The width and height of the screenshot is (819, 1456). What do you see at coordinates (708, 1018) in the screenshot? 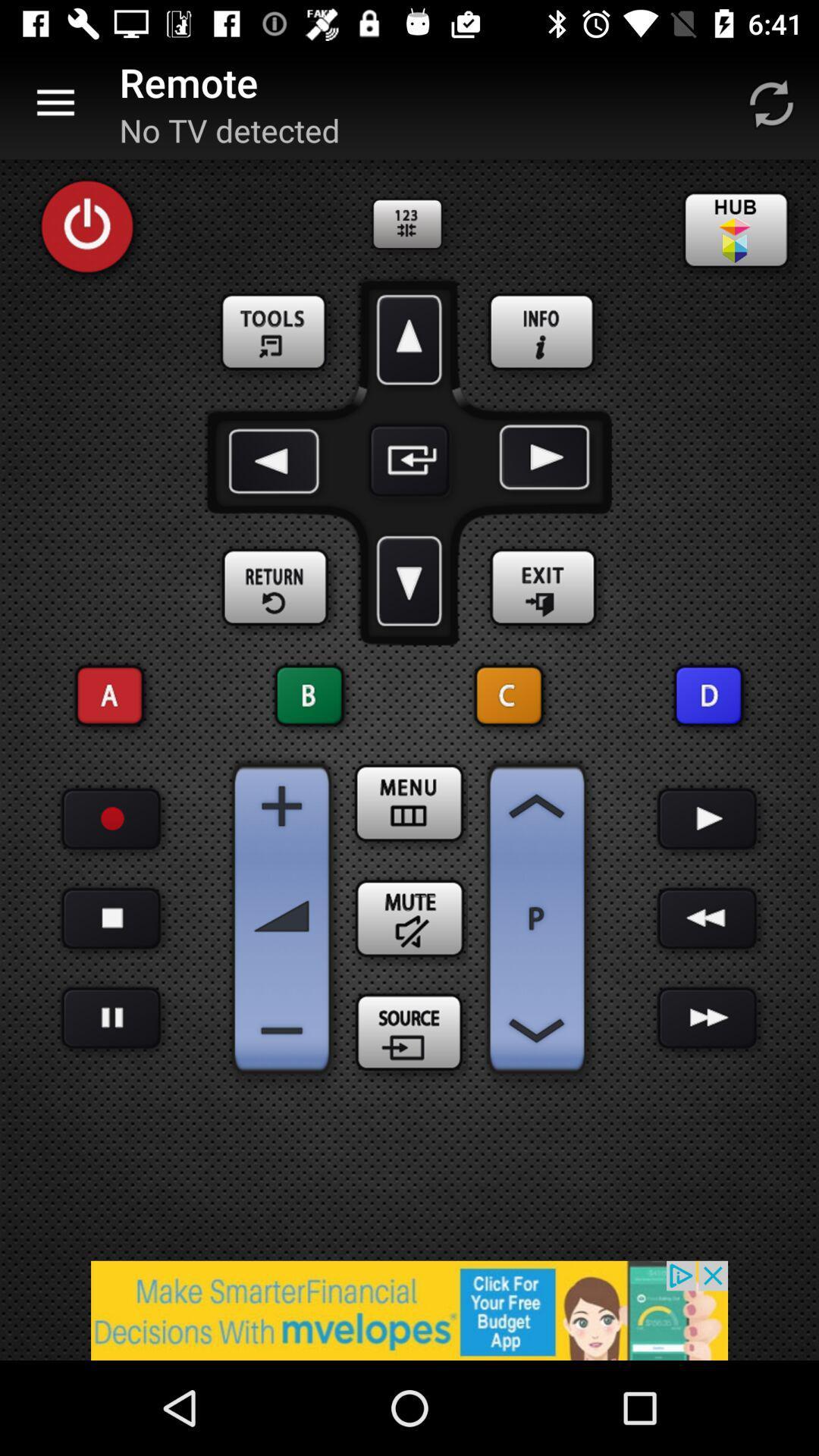
I see `the av_forward icon` at bounding box center [708, 1018].